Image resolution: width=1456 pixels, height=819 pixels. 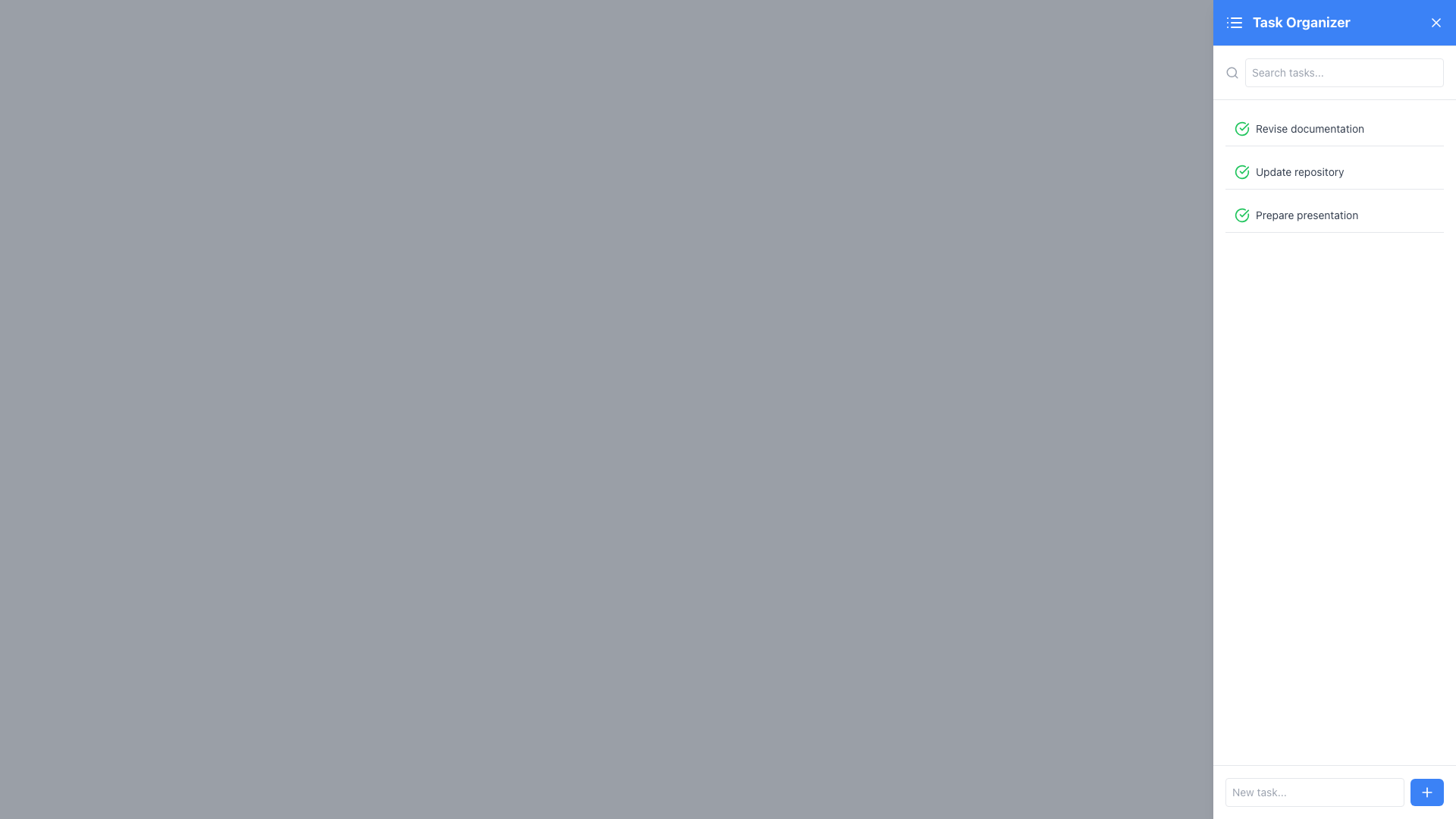 I want to click on the 'Task Organizer' text element, which is styled in bold and large text on a blue background and located at the top-right section of the sidebar, so click(x=1301, y=23).